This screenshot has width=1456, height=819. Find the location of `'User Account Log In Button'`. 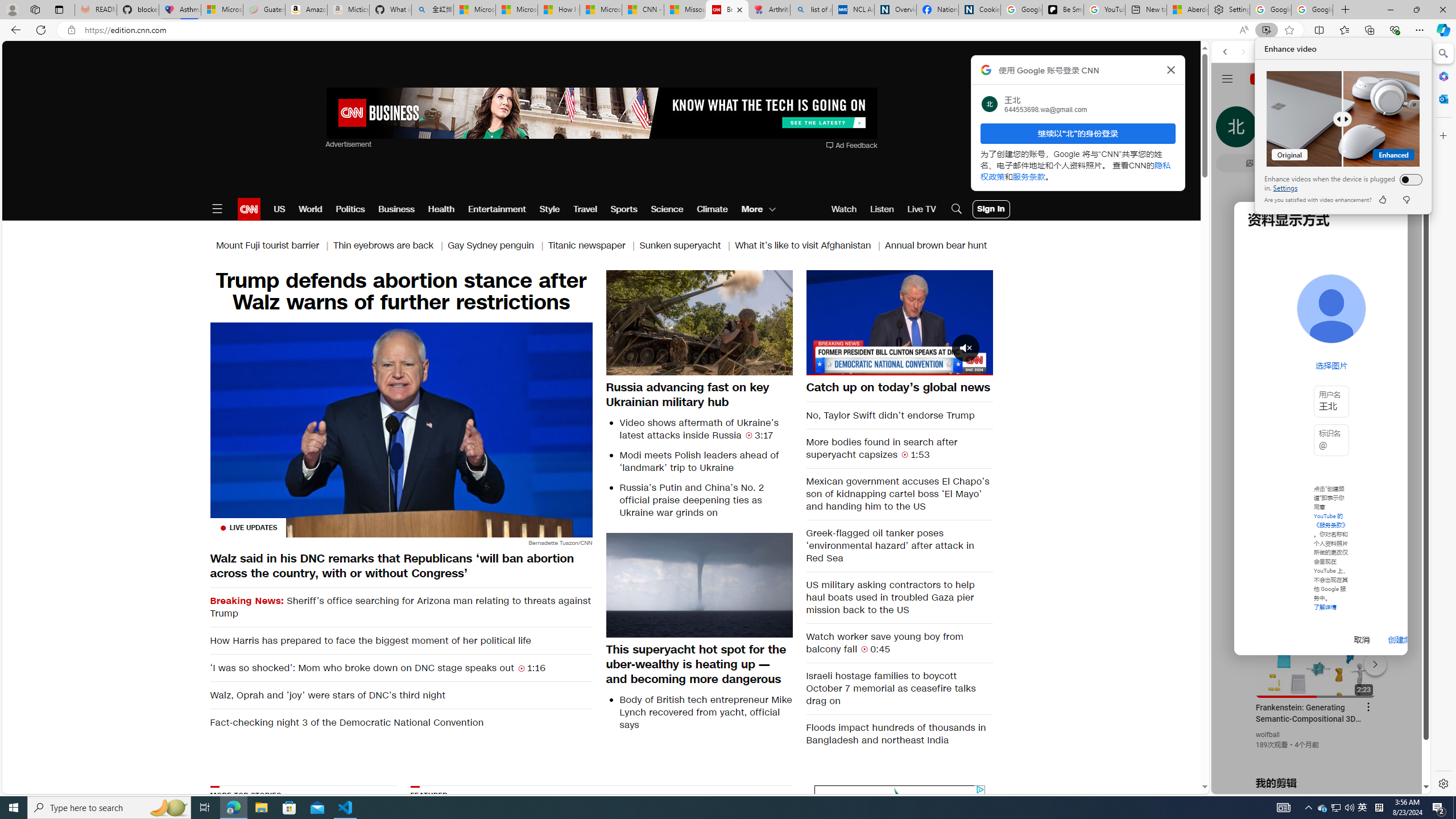

'User Account Log In Button' is located at coordinates (991, 209).